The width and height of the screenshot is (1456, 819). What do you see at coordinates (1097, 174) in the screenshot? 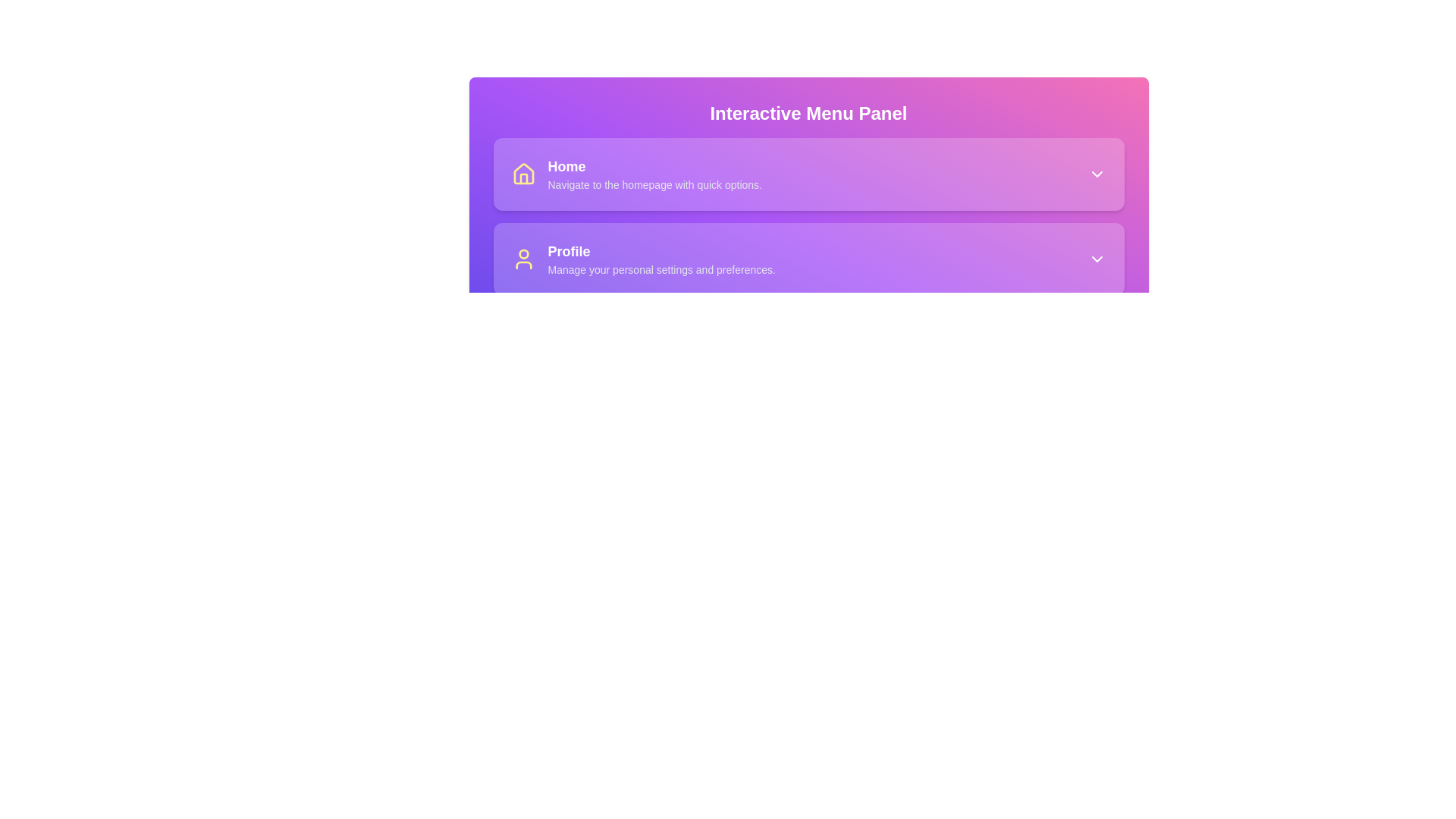
I see `the Dropdown indicator icon, which is a small downward-facing chevron styled as a white arrow located at the top-right corner of the 'Home' button's area` at bounding box center [1097, 174].